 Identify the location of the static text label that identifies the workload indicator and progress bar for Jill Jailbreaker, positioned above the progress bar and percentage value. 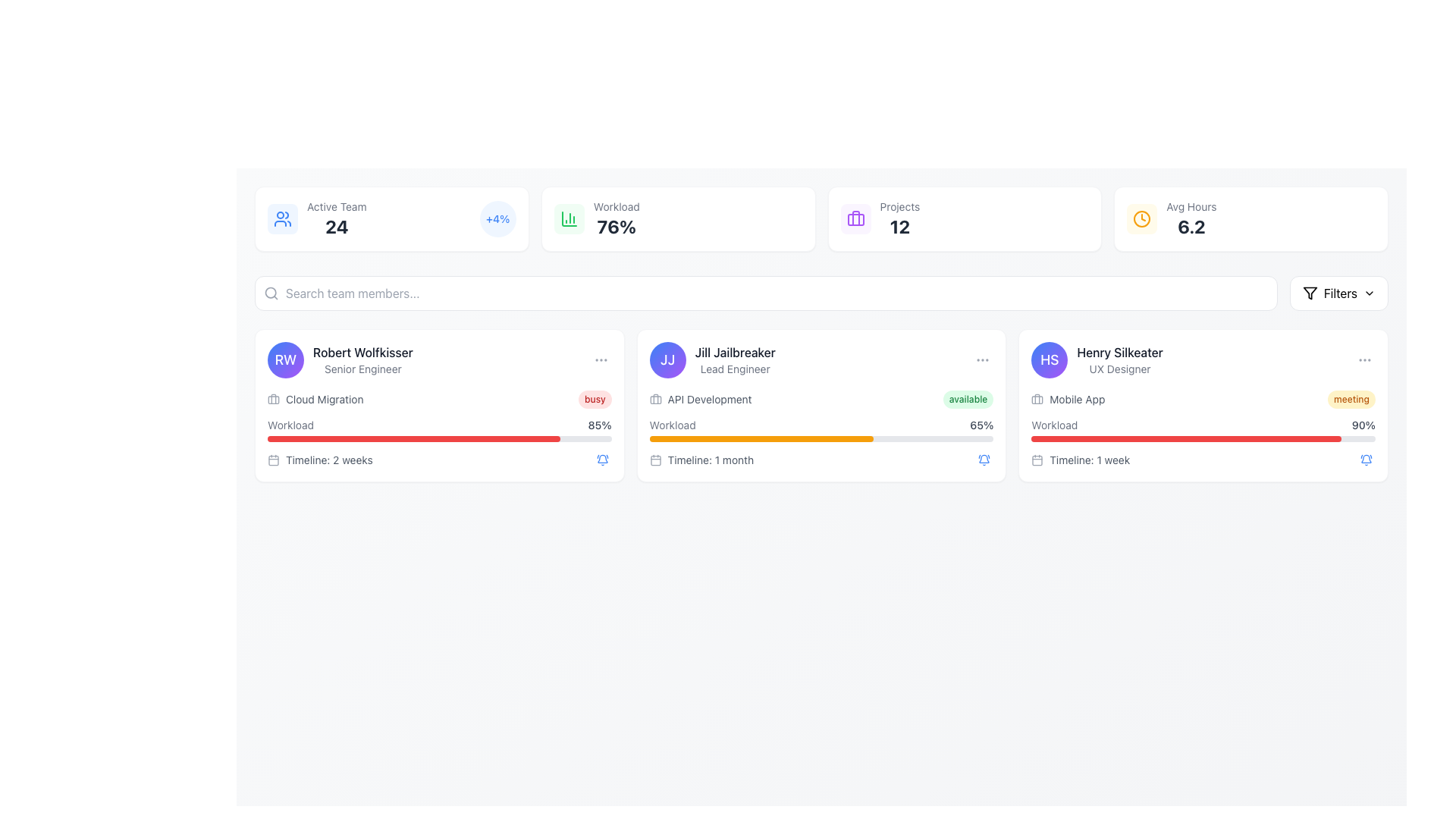
(672, 425).